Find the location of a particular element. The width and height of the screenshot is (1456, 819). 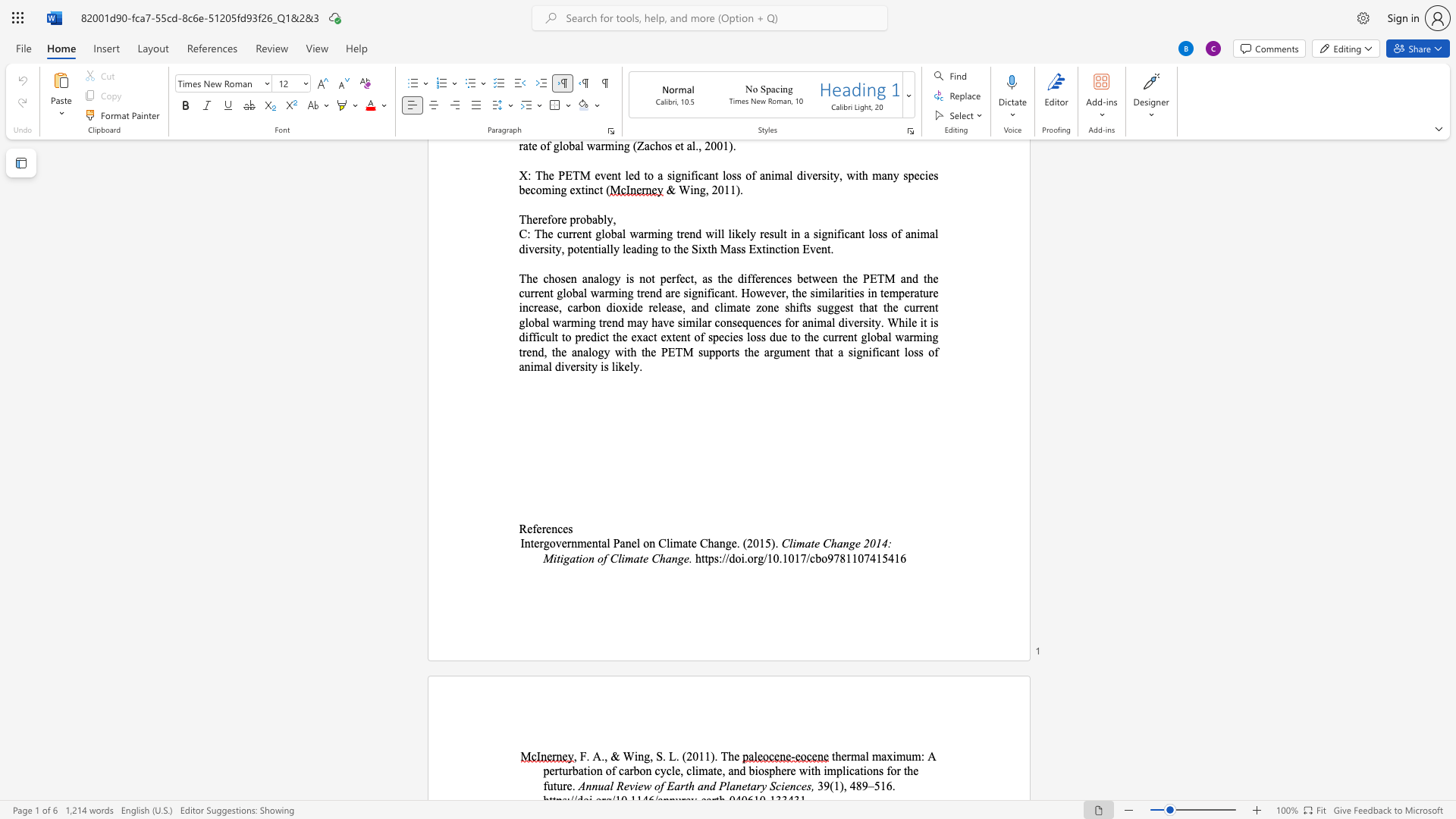

the space between the continuous character "1" and ")" in the text is located at coordinates (709, 756).